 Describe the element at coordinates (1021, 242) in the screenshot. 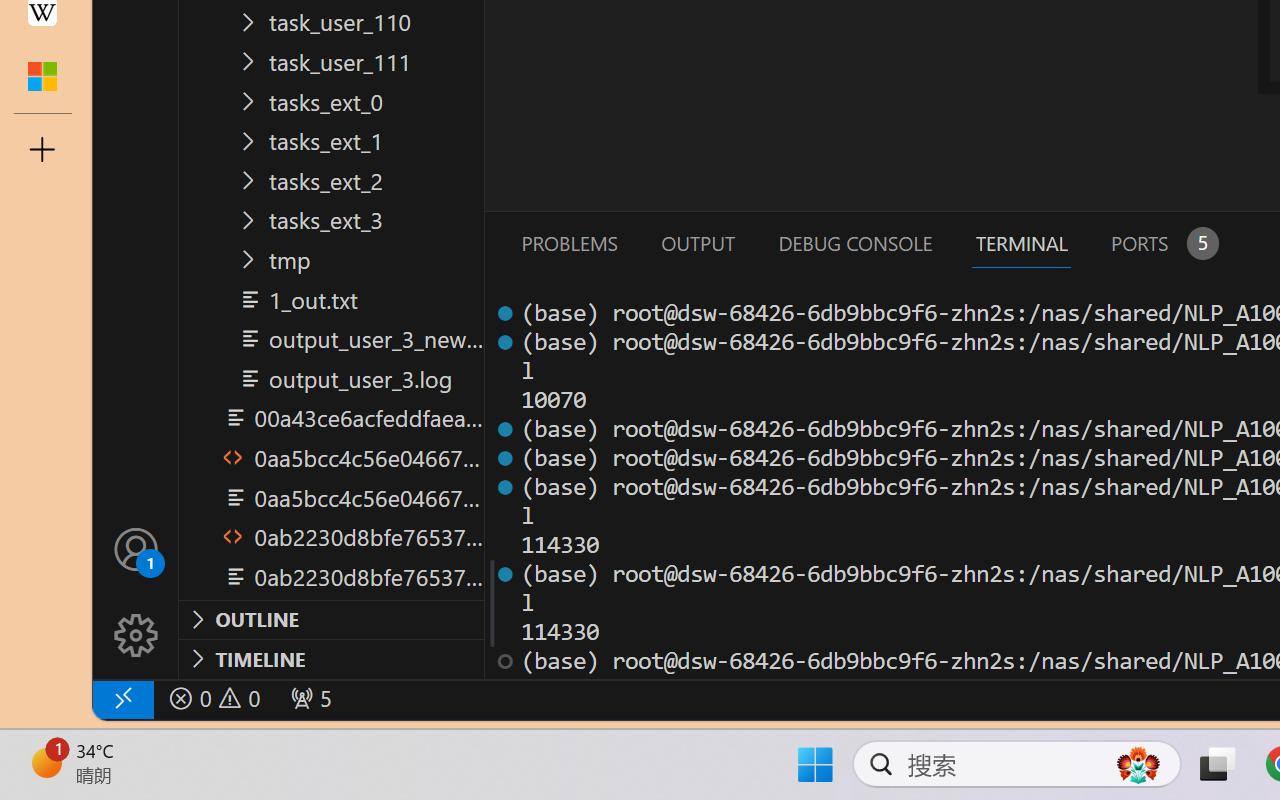

I see `'Terminal (Ctrl+`)'` at that location.